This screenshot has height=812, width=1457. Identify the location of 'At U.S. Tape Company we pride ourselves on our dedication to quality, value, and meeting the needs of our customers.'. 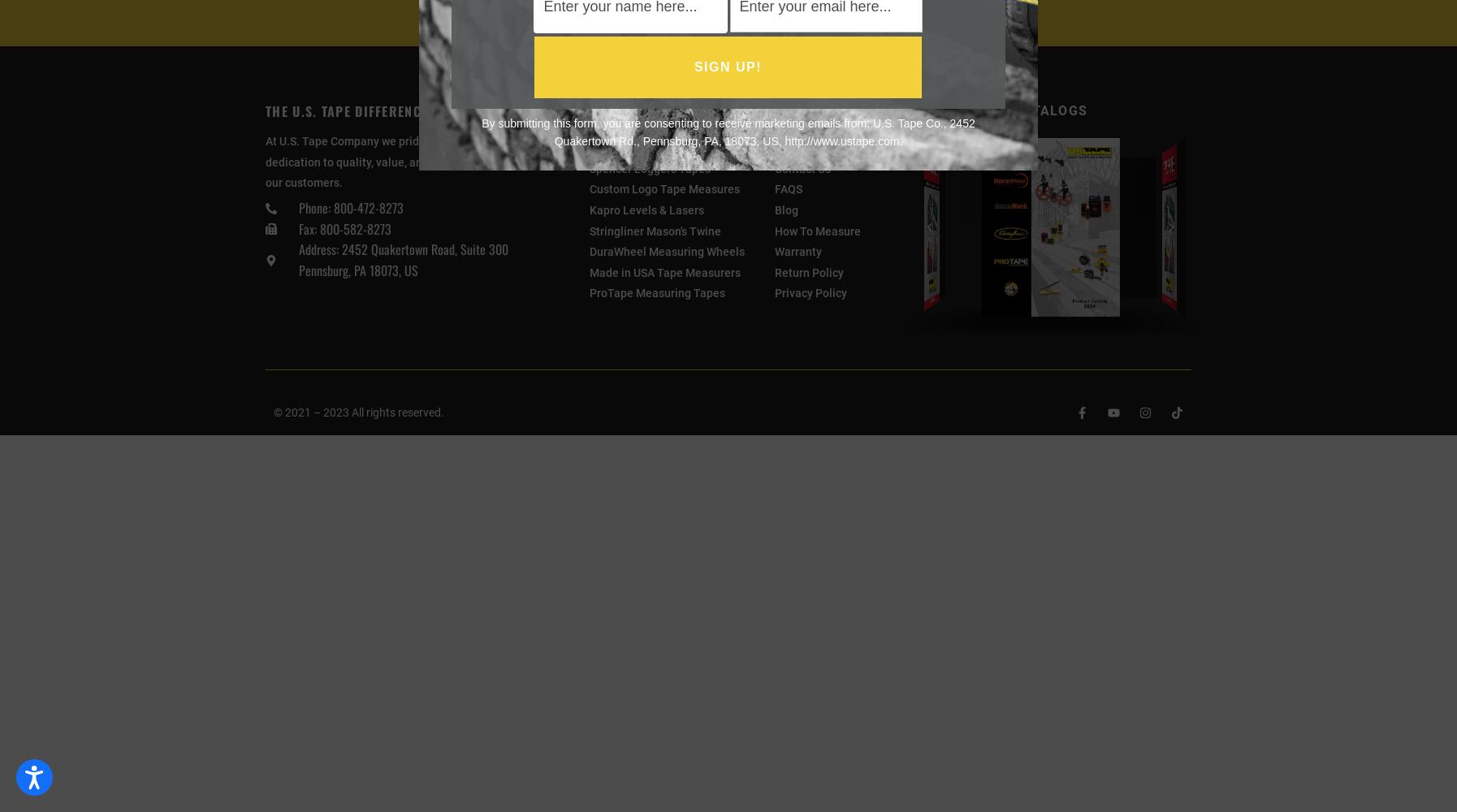
(403, 161).